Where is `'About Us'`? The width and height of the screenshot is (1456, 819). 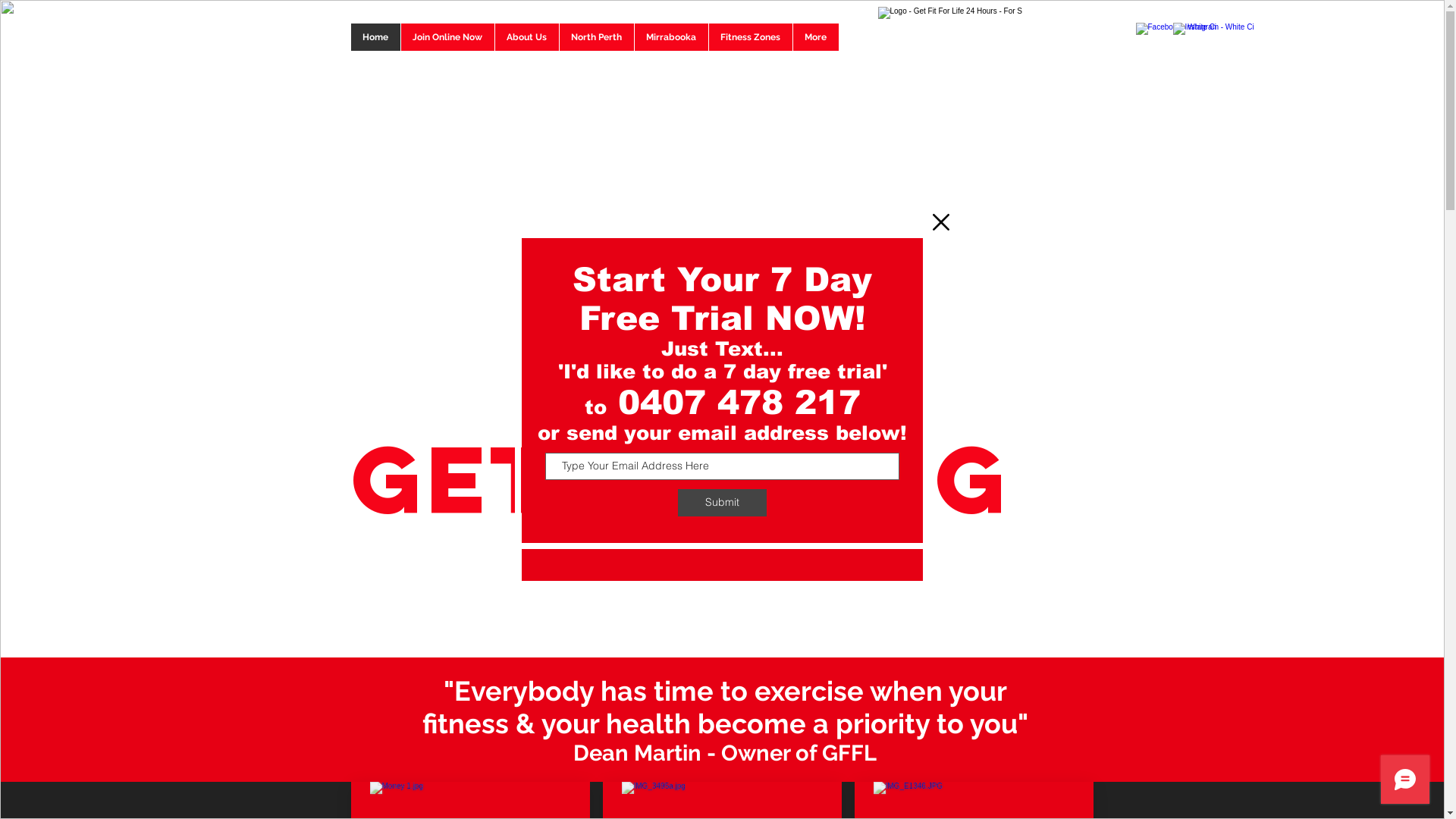
'About Us' is located at coordinates (526, 36).